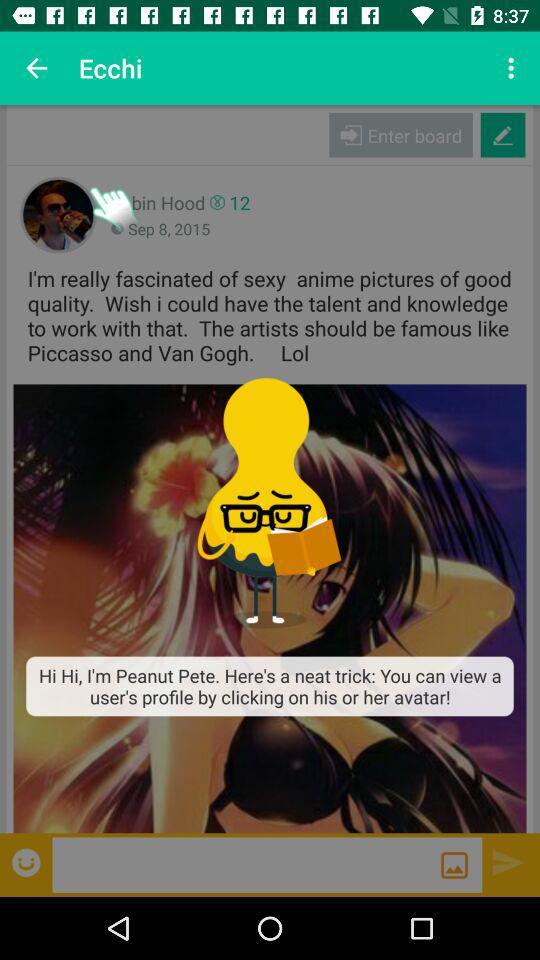  What do you see at coordinates (454, 864) in the screenshot?
I see `send the message` at bounding box center [454, 864].